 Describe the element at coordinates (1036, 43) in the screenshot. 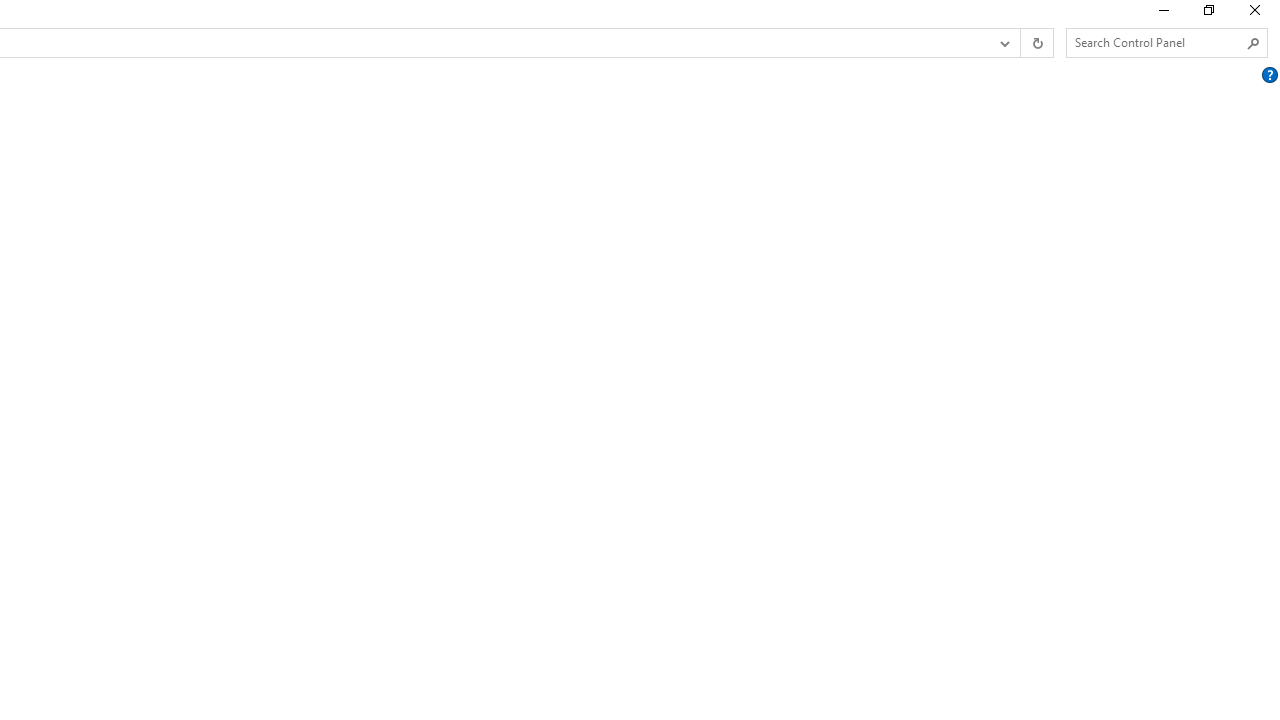

I see `'Refresh "Power Options" (F5)'` at that location.